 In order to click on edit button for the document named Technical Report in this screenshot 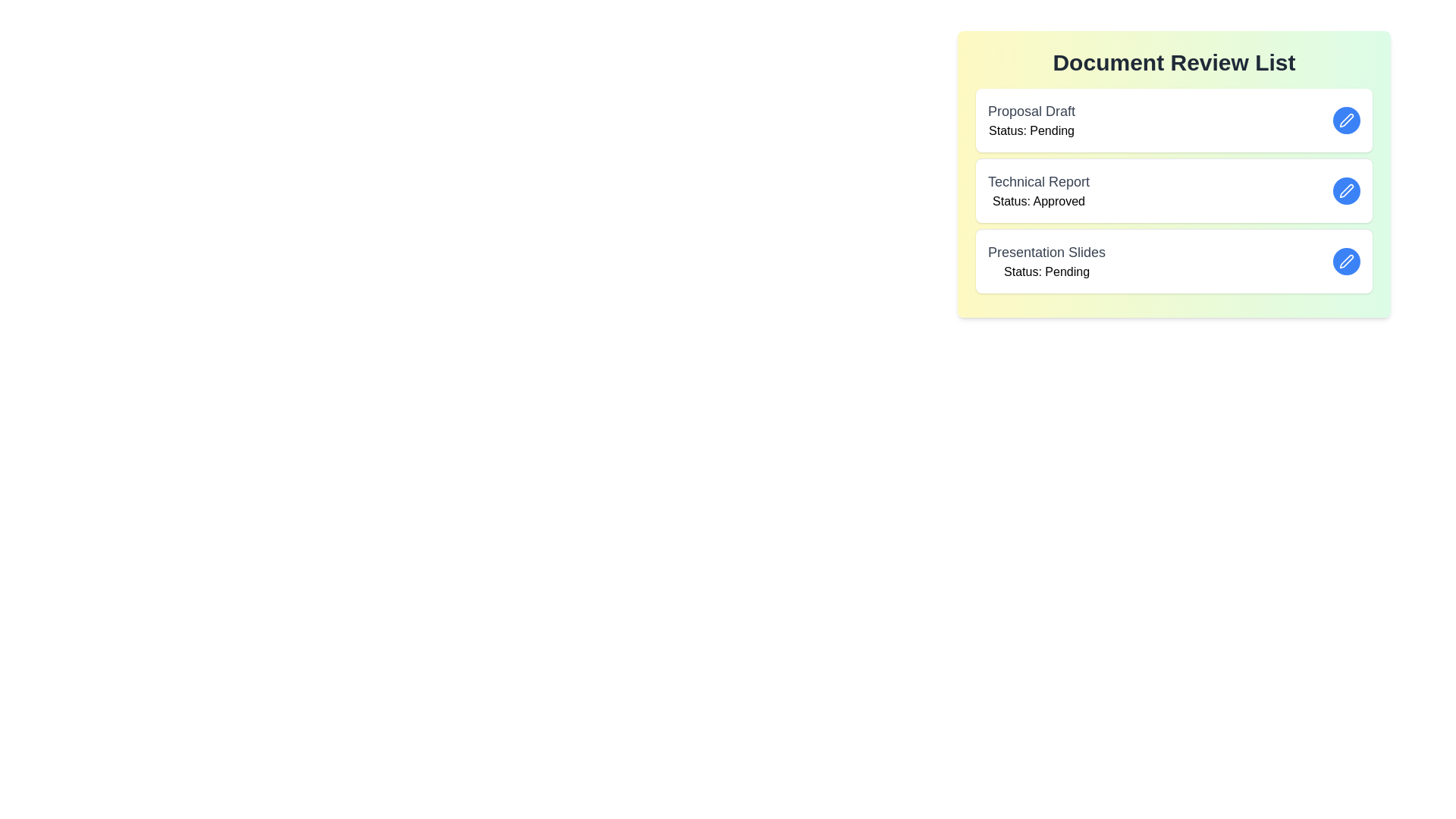, I will do `click(1347, 190)`.